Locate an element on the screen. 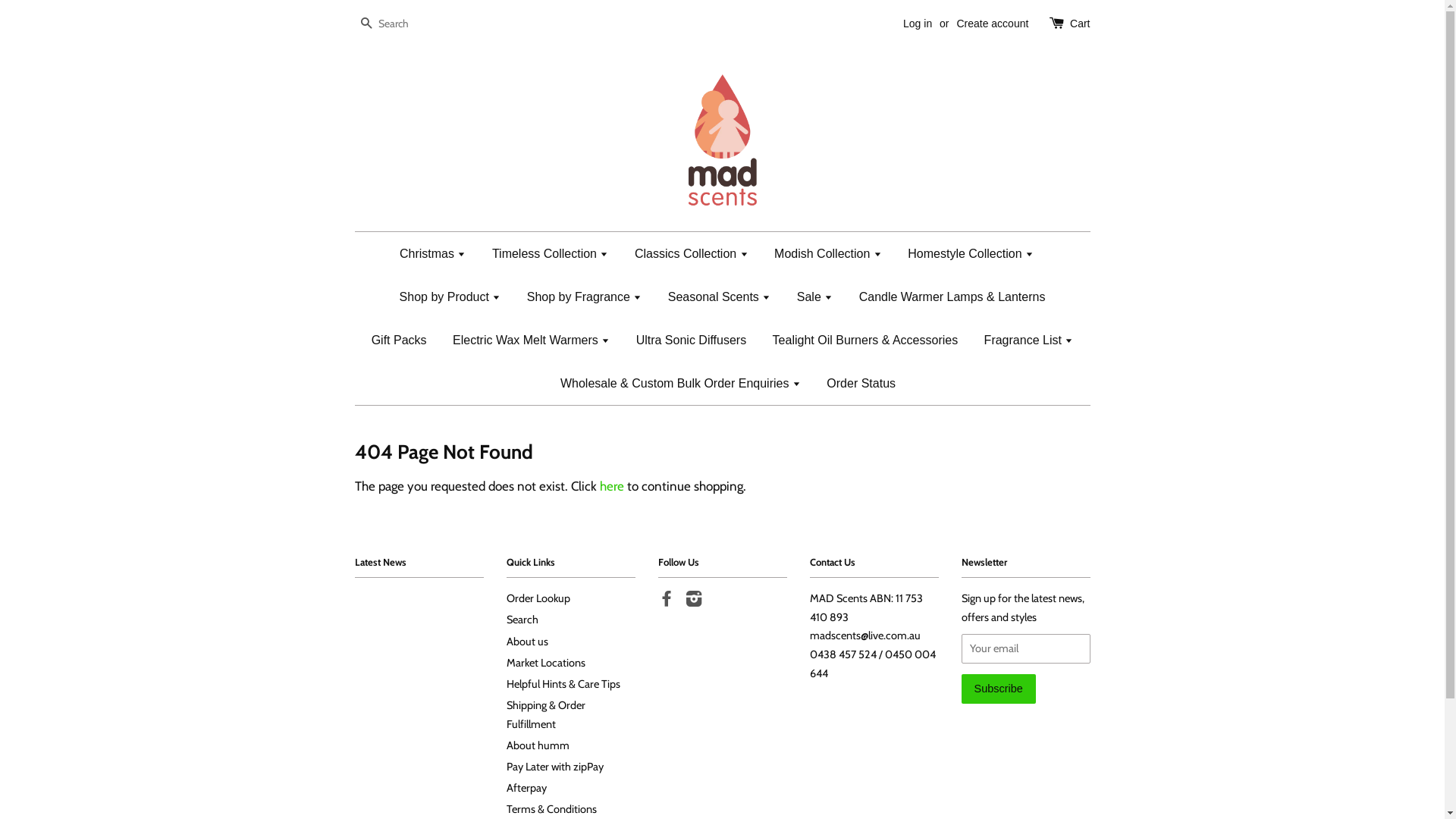 The height and width of the screenshot is (819, 1456). 'Tealight Oil Burners & Accessories' is located at coordinates (865, 339).